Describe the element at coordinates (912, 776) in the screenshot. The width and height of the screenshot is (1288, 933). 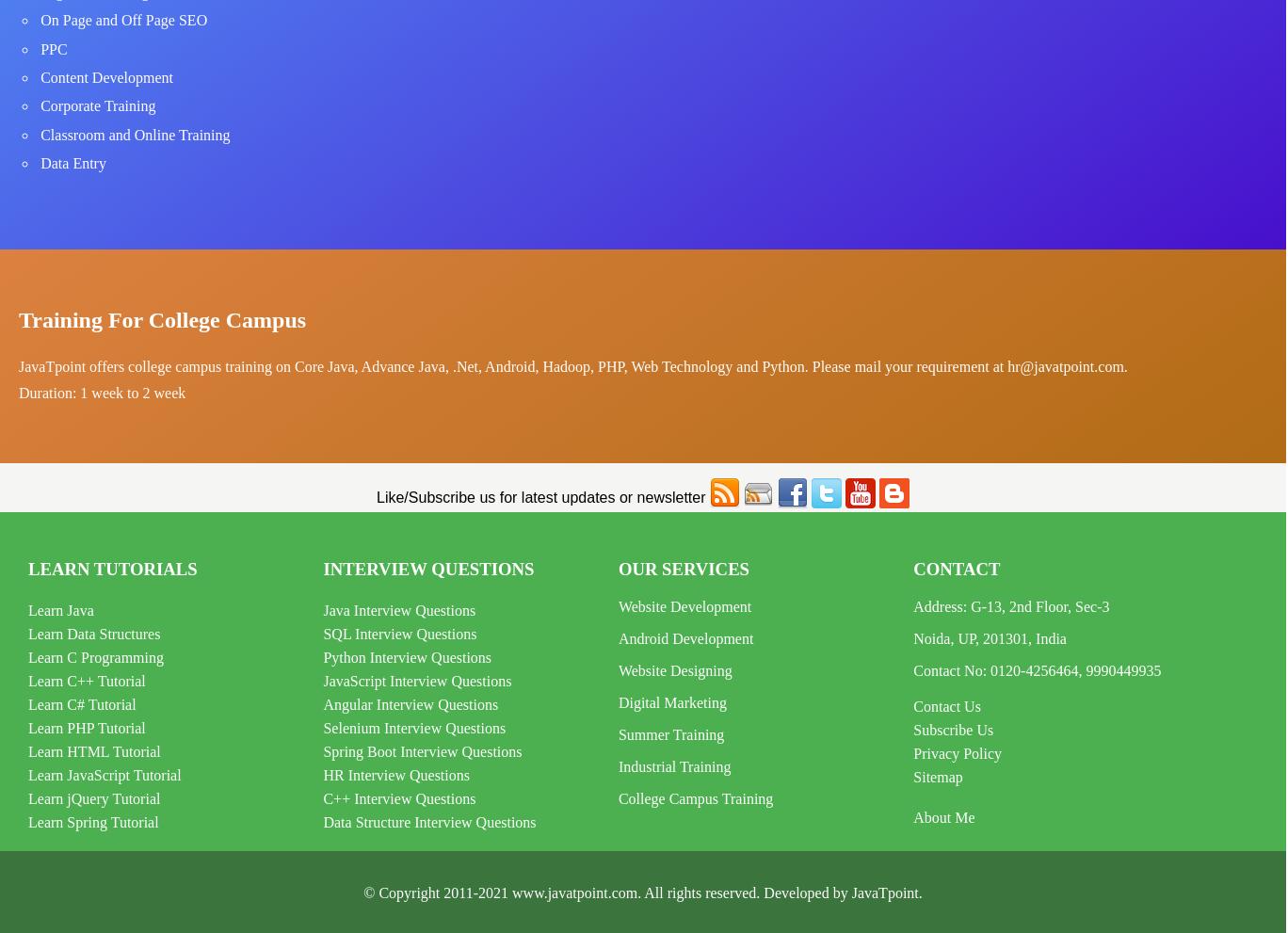
I see `'Sitemap'` at that location.